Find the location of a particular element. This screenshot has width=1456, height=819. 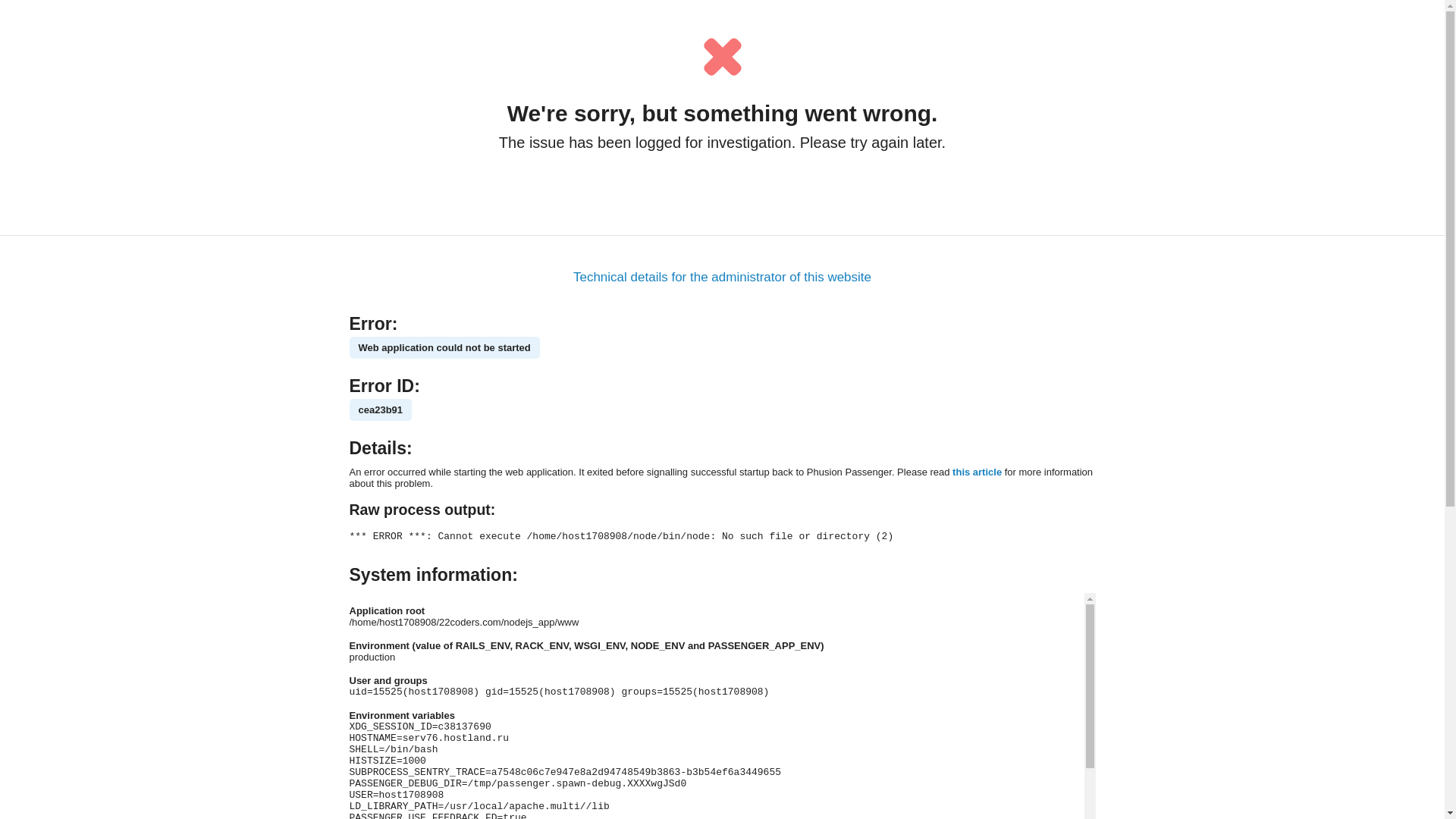

'Technical details for the administrator of this website' is located at coordinates (721, 277).